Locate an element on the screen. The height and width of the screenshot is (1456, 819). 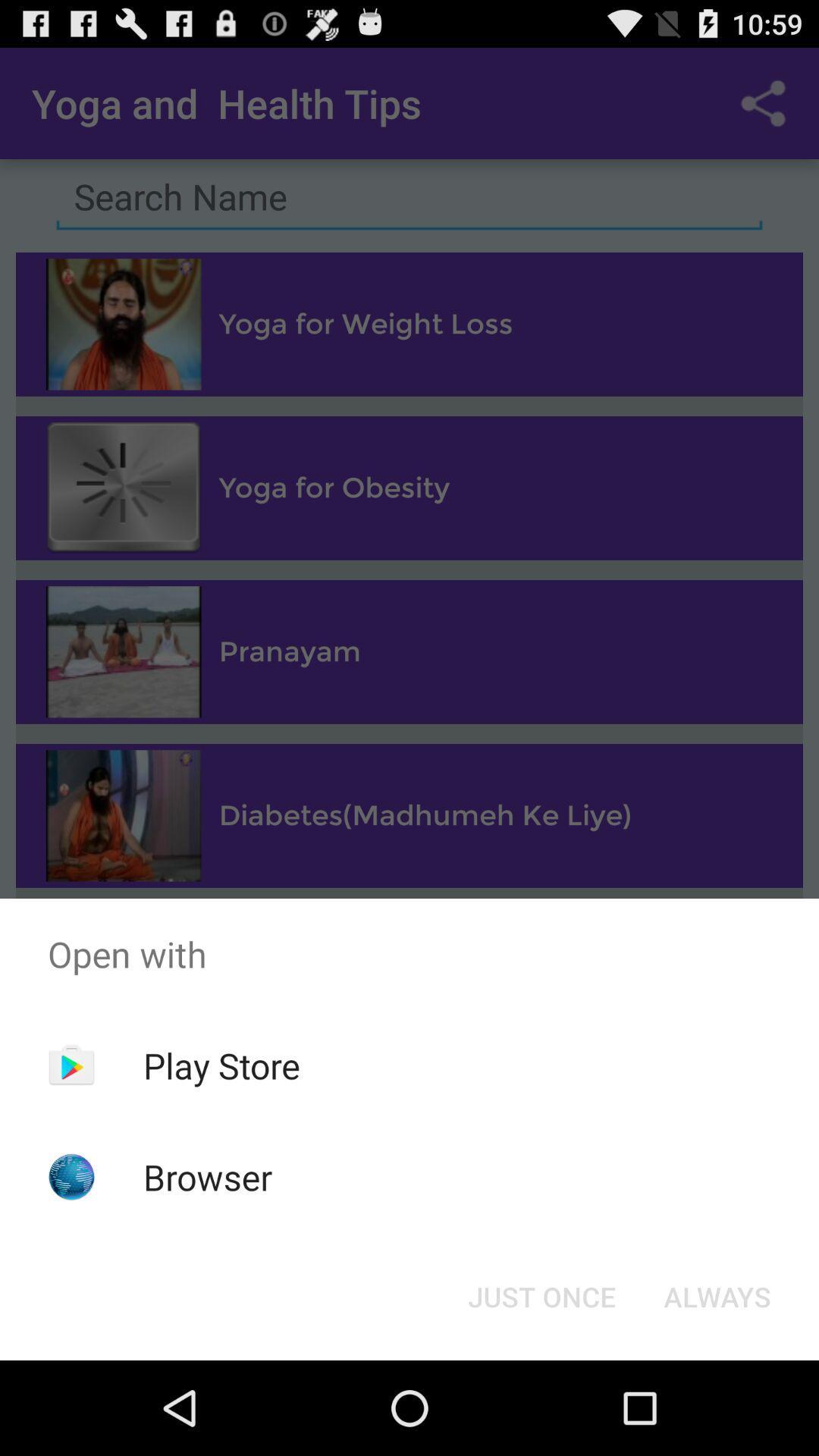
button to the left of the always icon is located at coordinates (541, 1295).